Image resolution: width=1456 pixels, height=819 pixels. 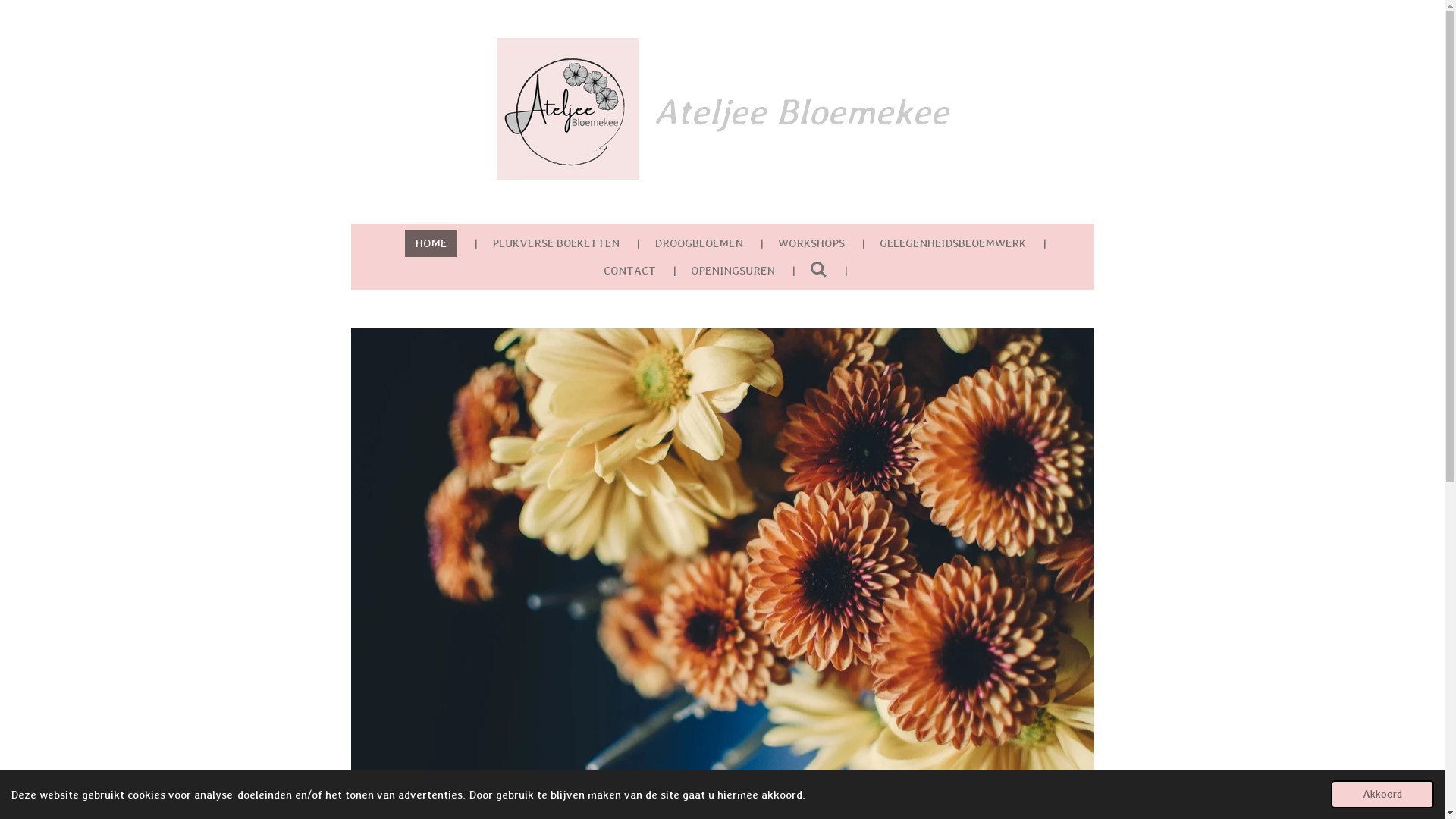 I want to click on 'OPENINGSUREN', so click(x=733, y=268).